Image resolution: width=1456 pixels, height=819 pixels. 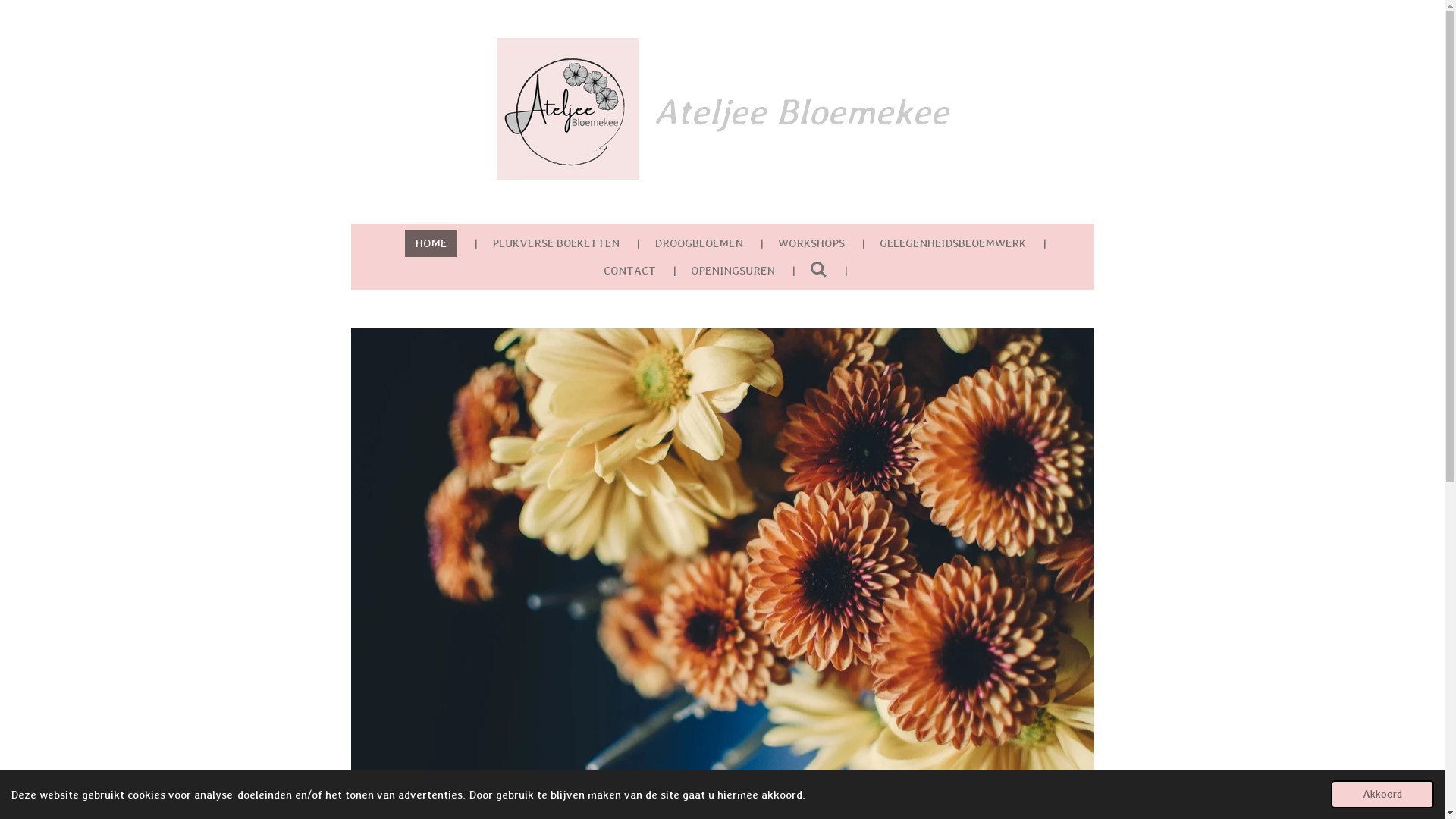 I want to click on 'OPENINGSUREN', so click(x=733, y=268).